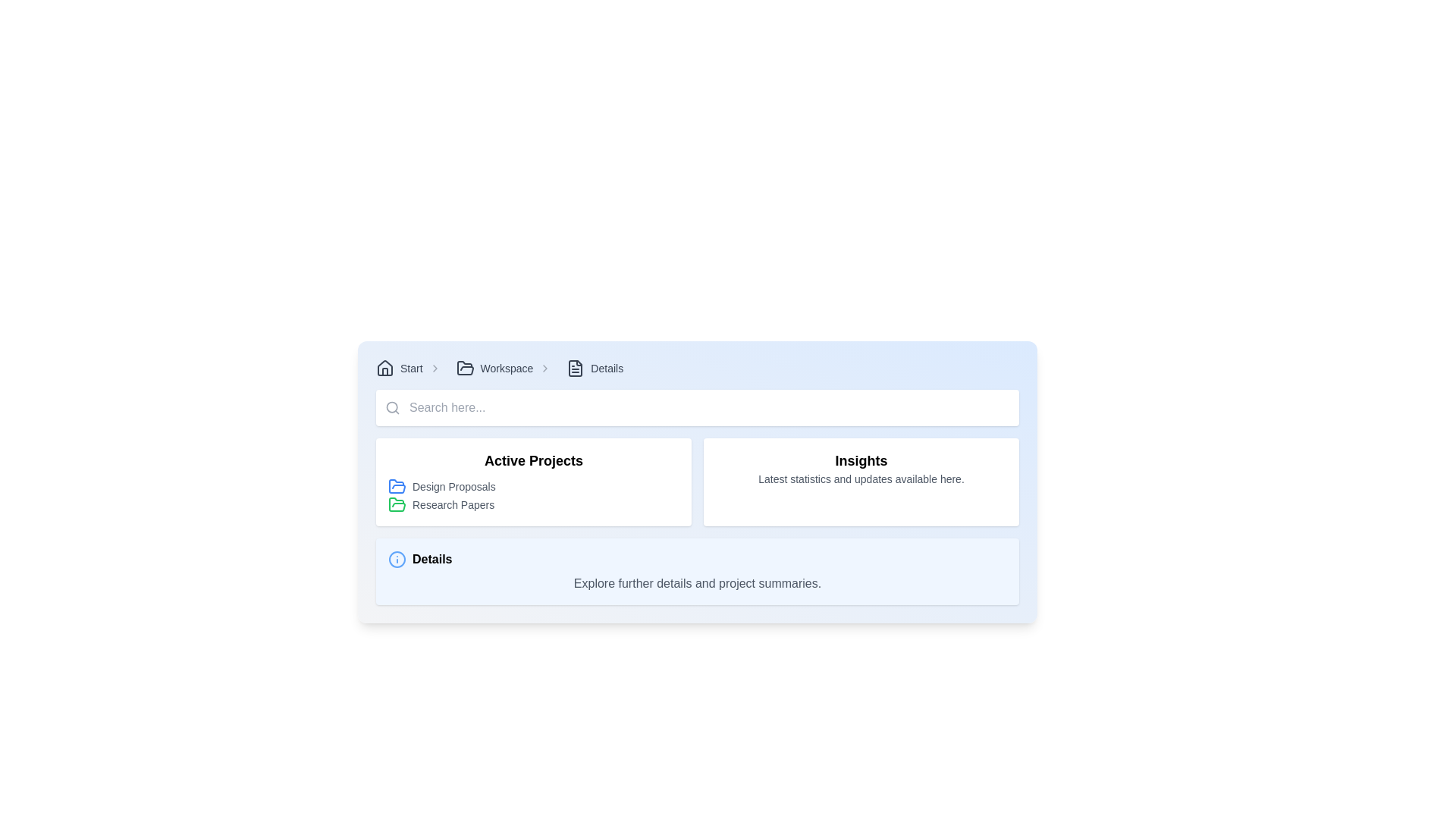 Image resolution: width=1456 pixels, height=819 pixels. Describe the element at coordinates (397, 559) in the screenshot. I see `the informational icon located on the left side of the 'Details' heading in the lower section of the interface` at that location.